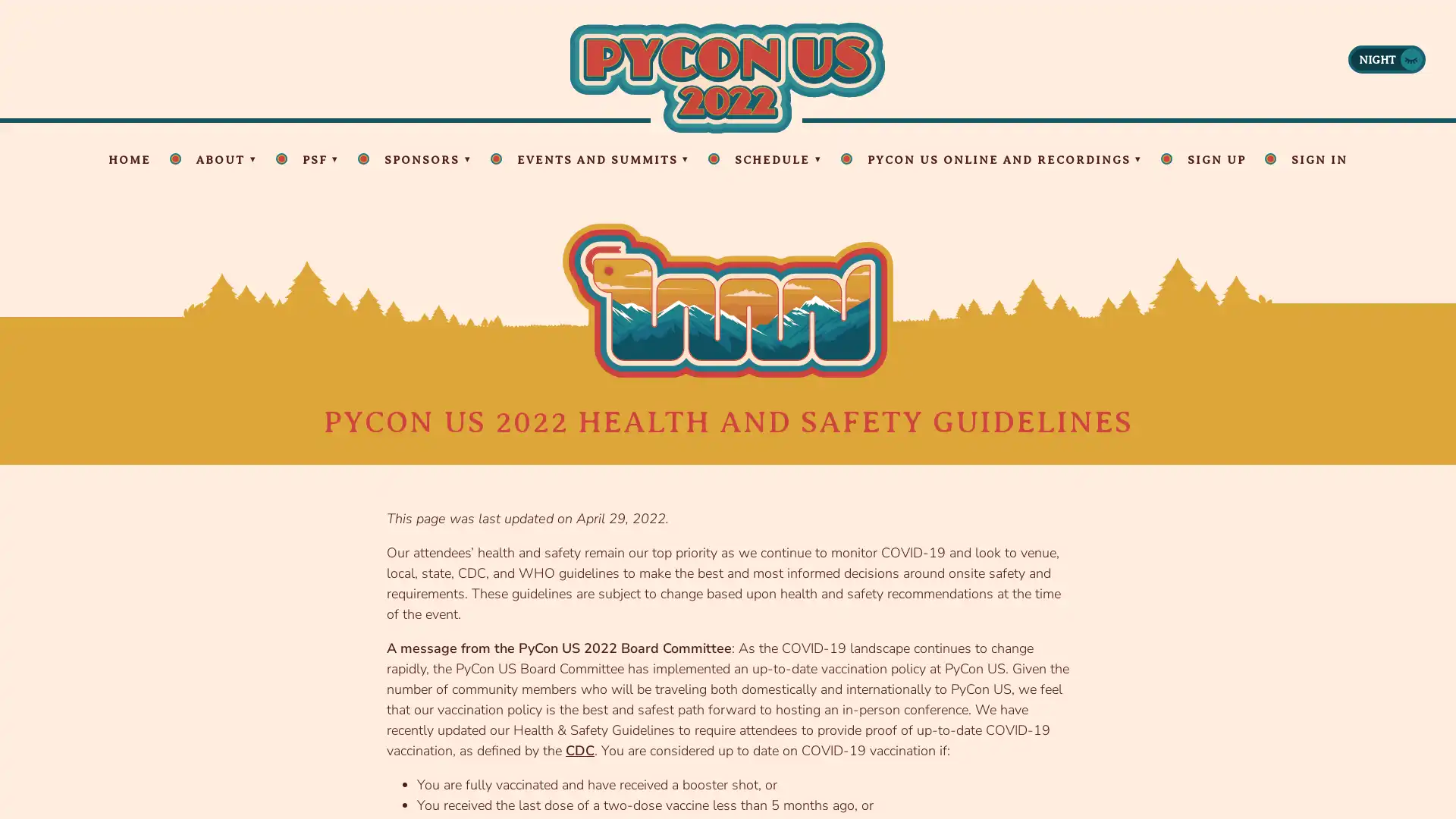  What do you see at coordinates (1386, 58) in the screenshot?
I see `NIGHT` at bounding box center [1386, 58].